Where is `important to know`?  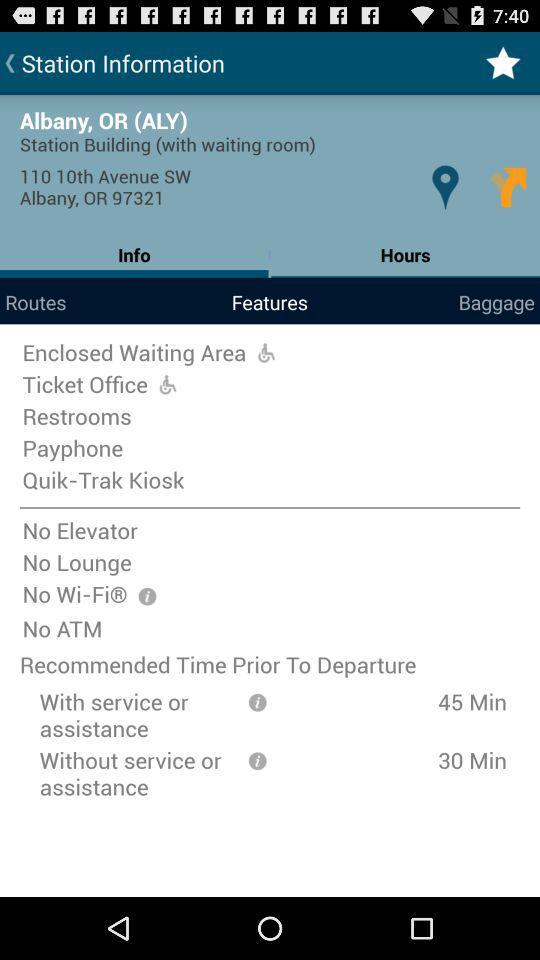 important to know is located at coordinates (146, 596).